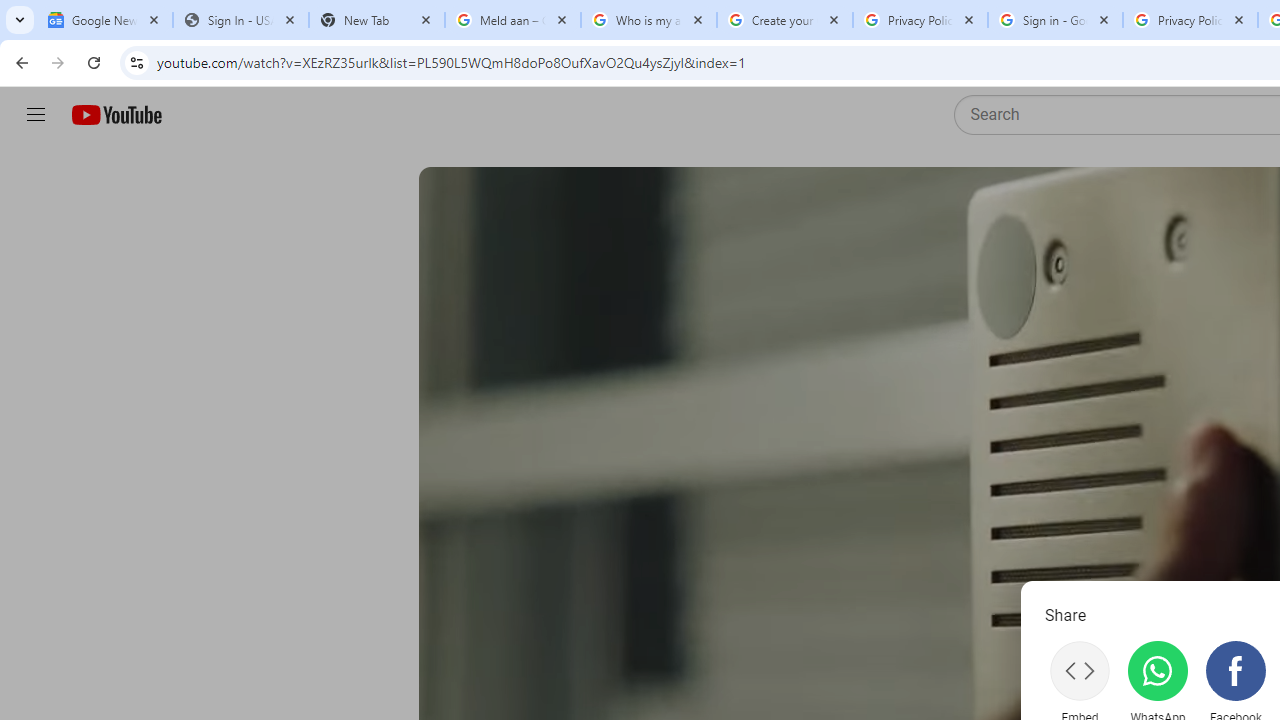 The height and width of the screenshot is (720, 1280). What do you see at coordinates (240, 20) in the screenshot?
I see `'Sign In - USA TODAY'` at bounding box center [240, 20].